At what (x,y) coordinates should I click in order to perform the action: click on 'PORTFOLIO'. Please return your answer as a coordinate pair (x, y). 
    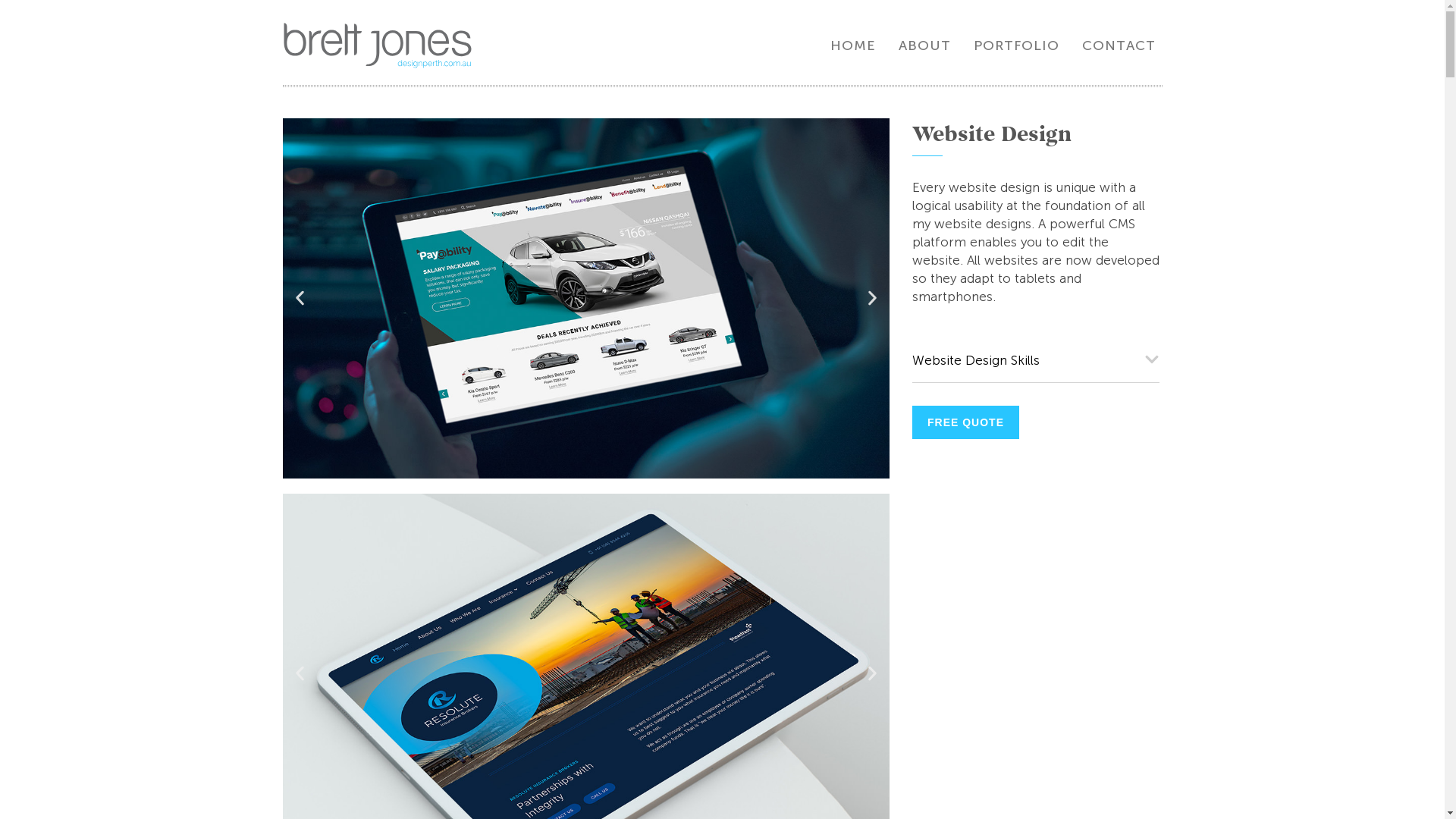
    Looking at the image, I should click on (973, 45).